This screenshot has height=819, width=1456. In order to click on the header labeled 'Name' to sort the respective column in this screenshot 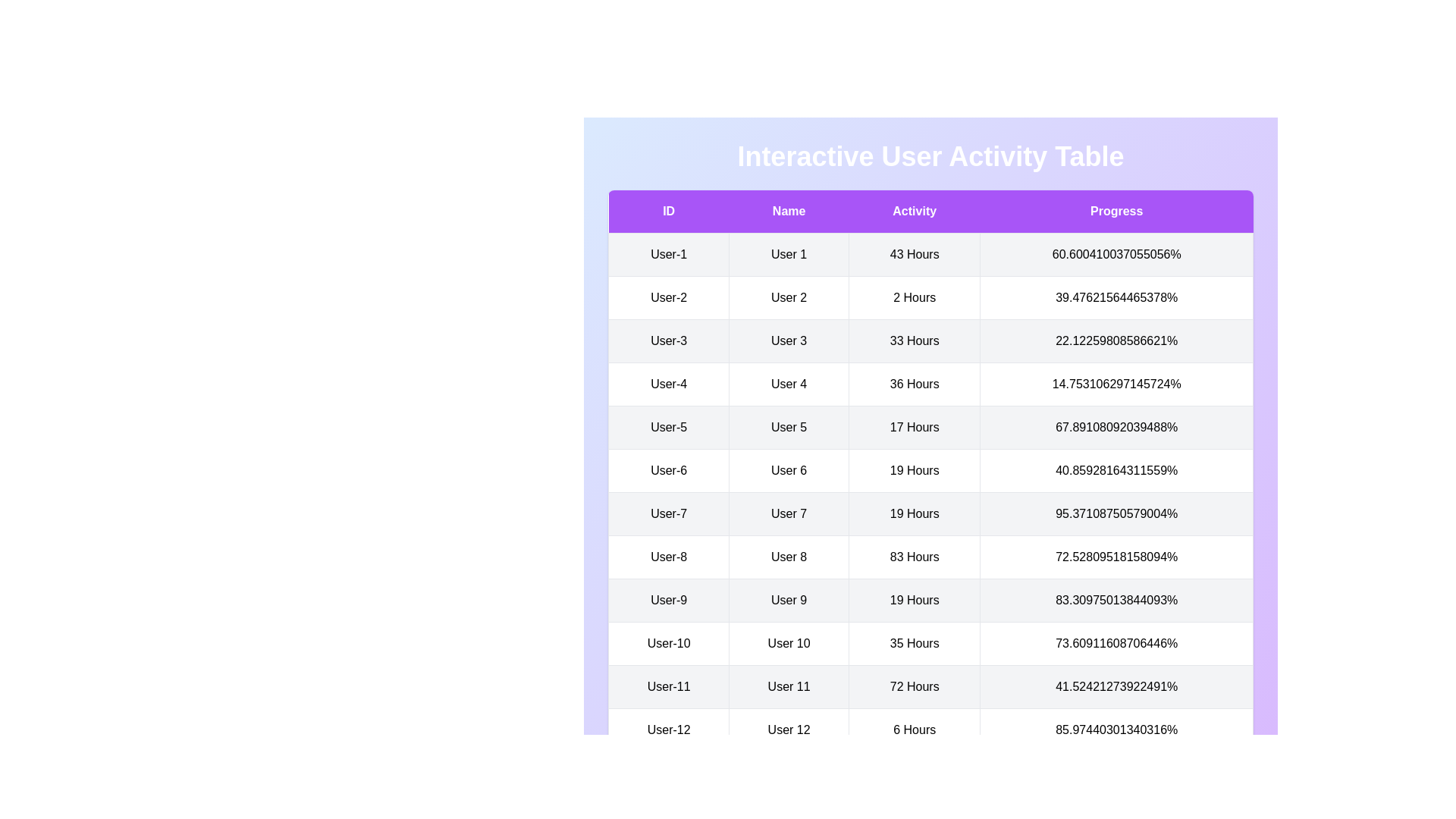, I will do `click(789, 212)`.